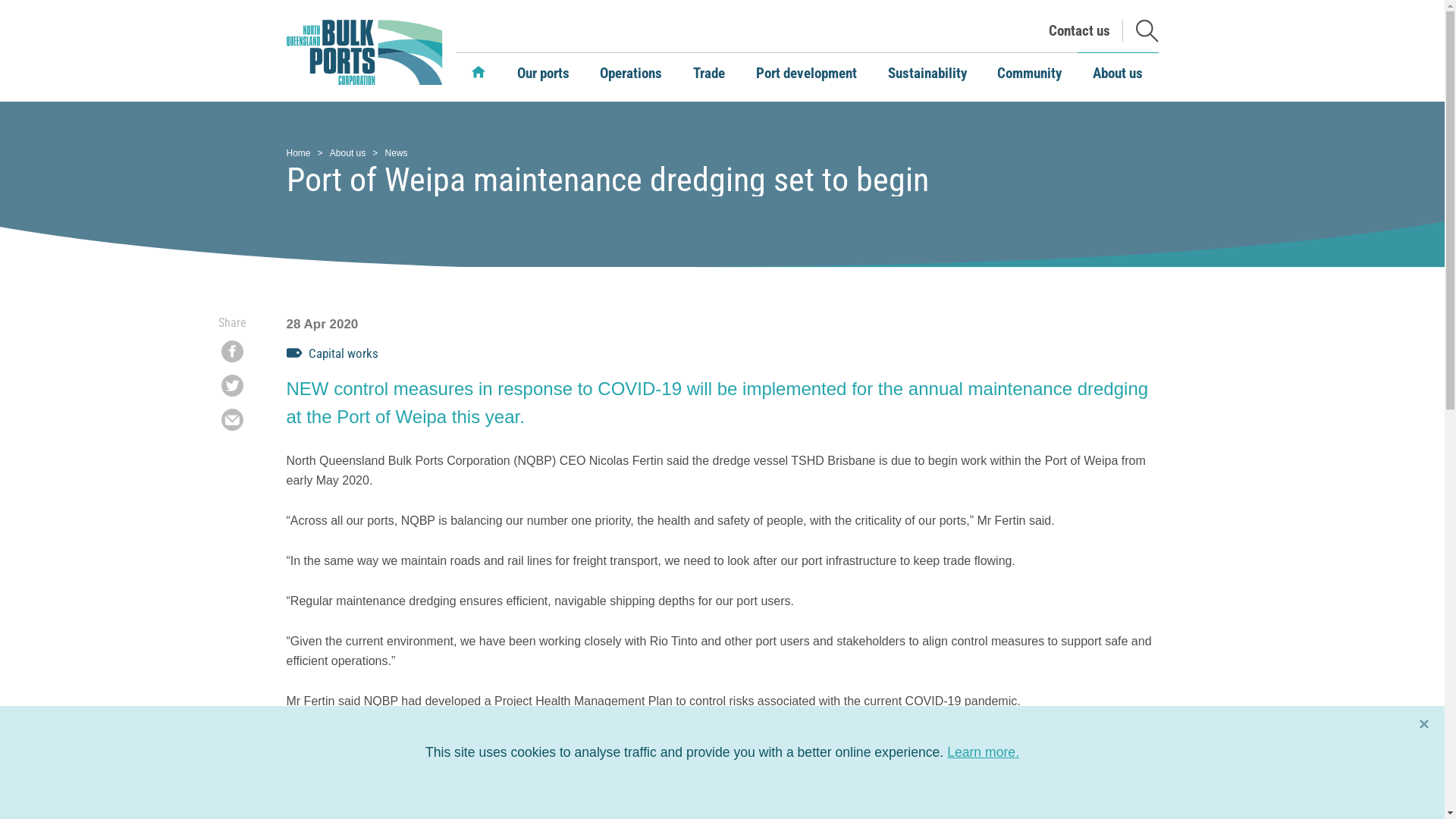  I want to click on 'About us', so click(1118, 74).